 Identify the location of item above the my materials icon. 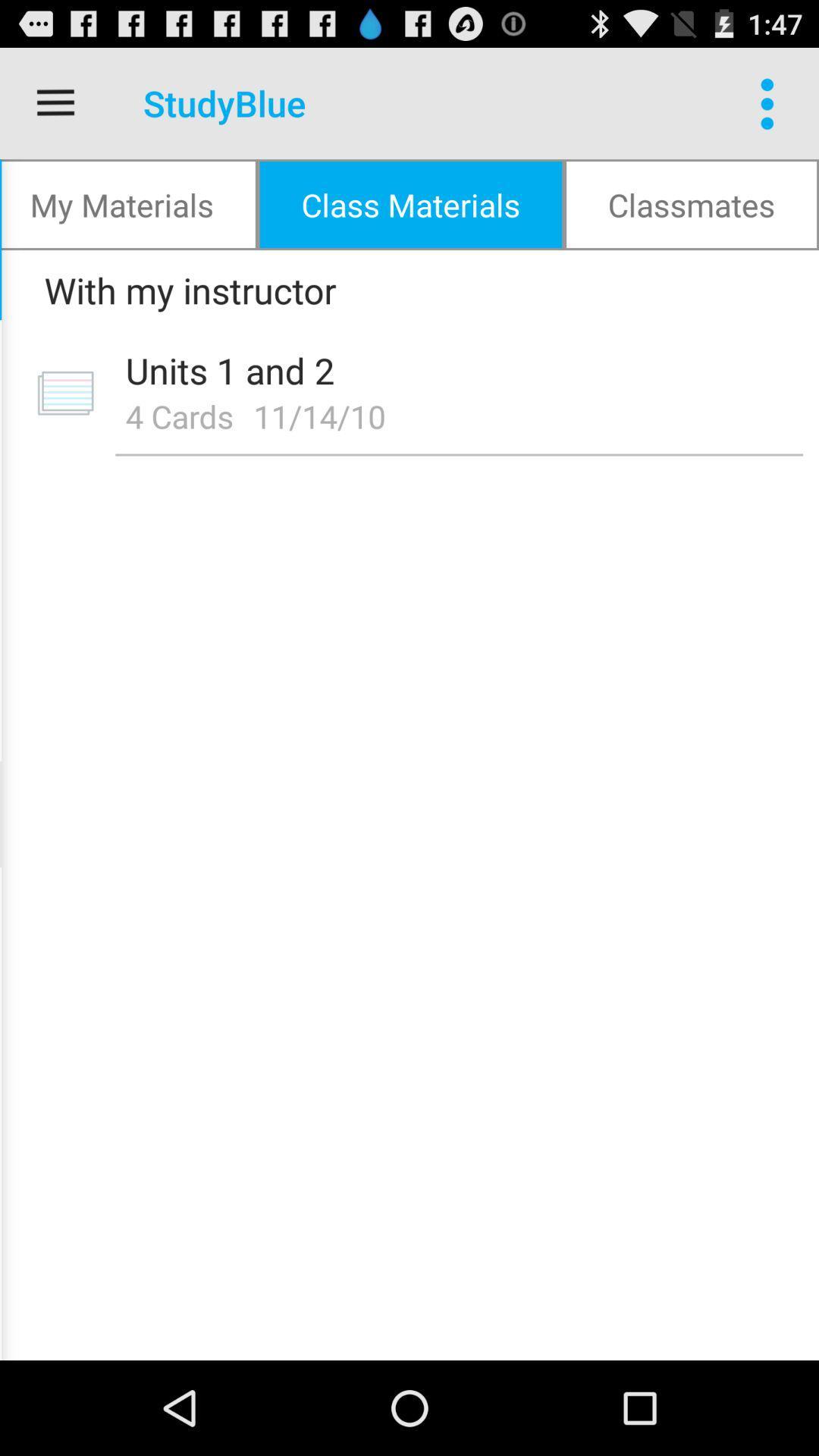
(55, 102).